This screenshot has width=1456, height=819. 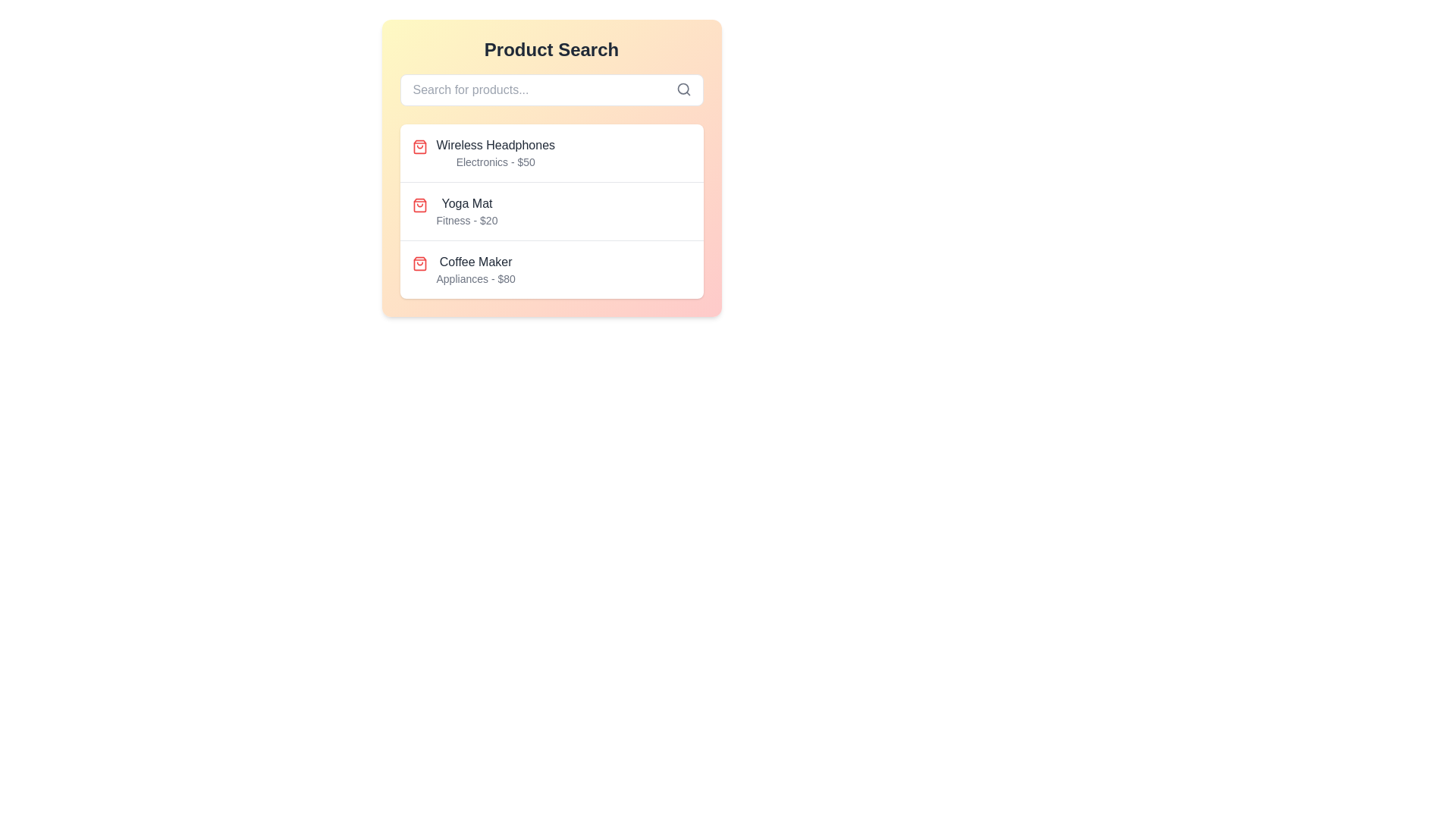 What do you see at coordinates (419, 262) in the screenshot?
I see `the shopping bag icon located to the left of the text 'Coffee Maker Appliances - $80'` at bounding box center [419, 262].